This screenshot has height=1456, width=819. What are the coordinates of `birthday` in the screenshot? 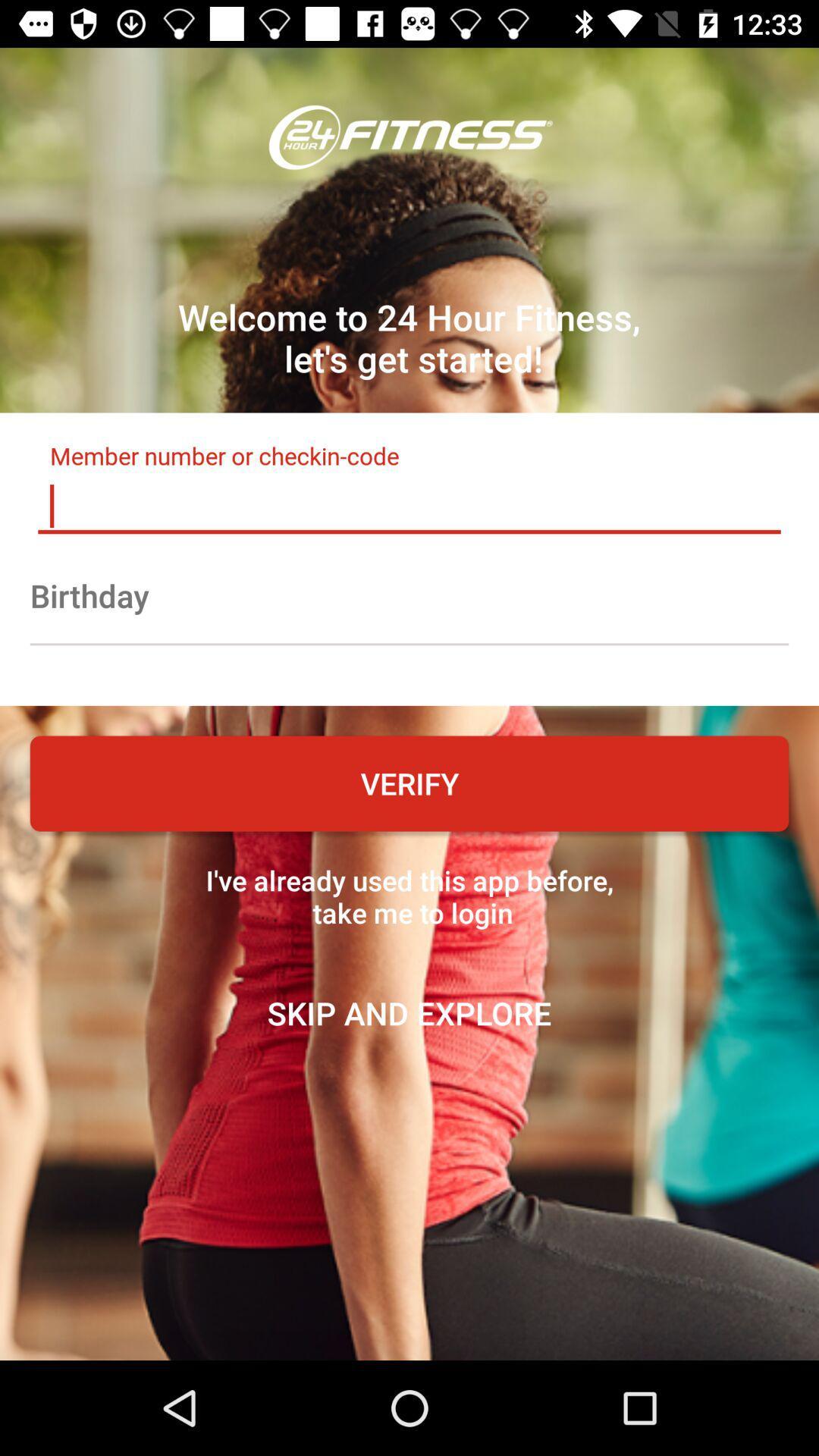 It's located at (409, 595).